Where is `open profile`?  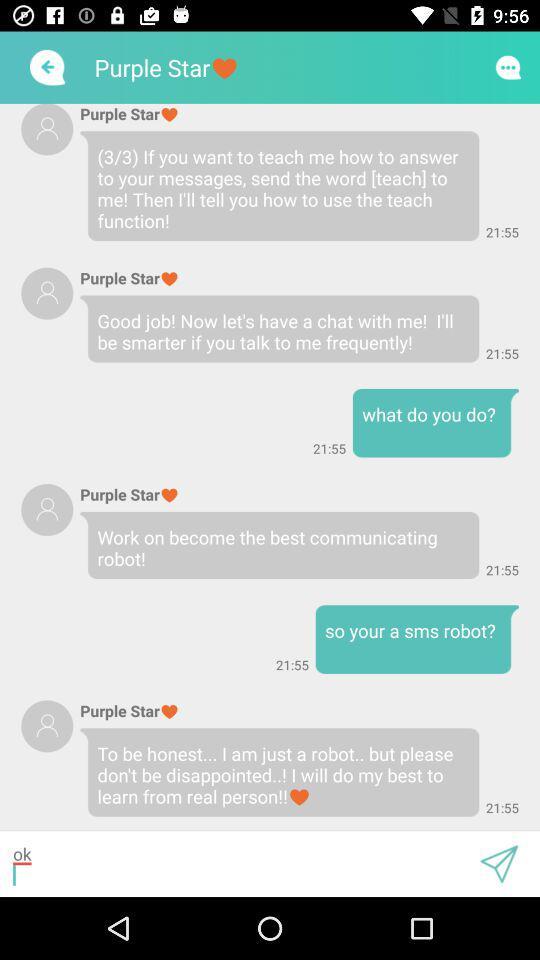
open profile is located at coordinates (47, 508).